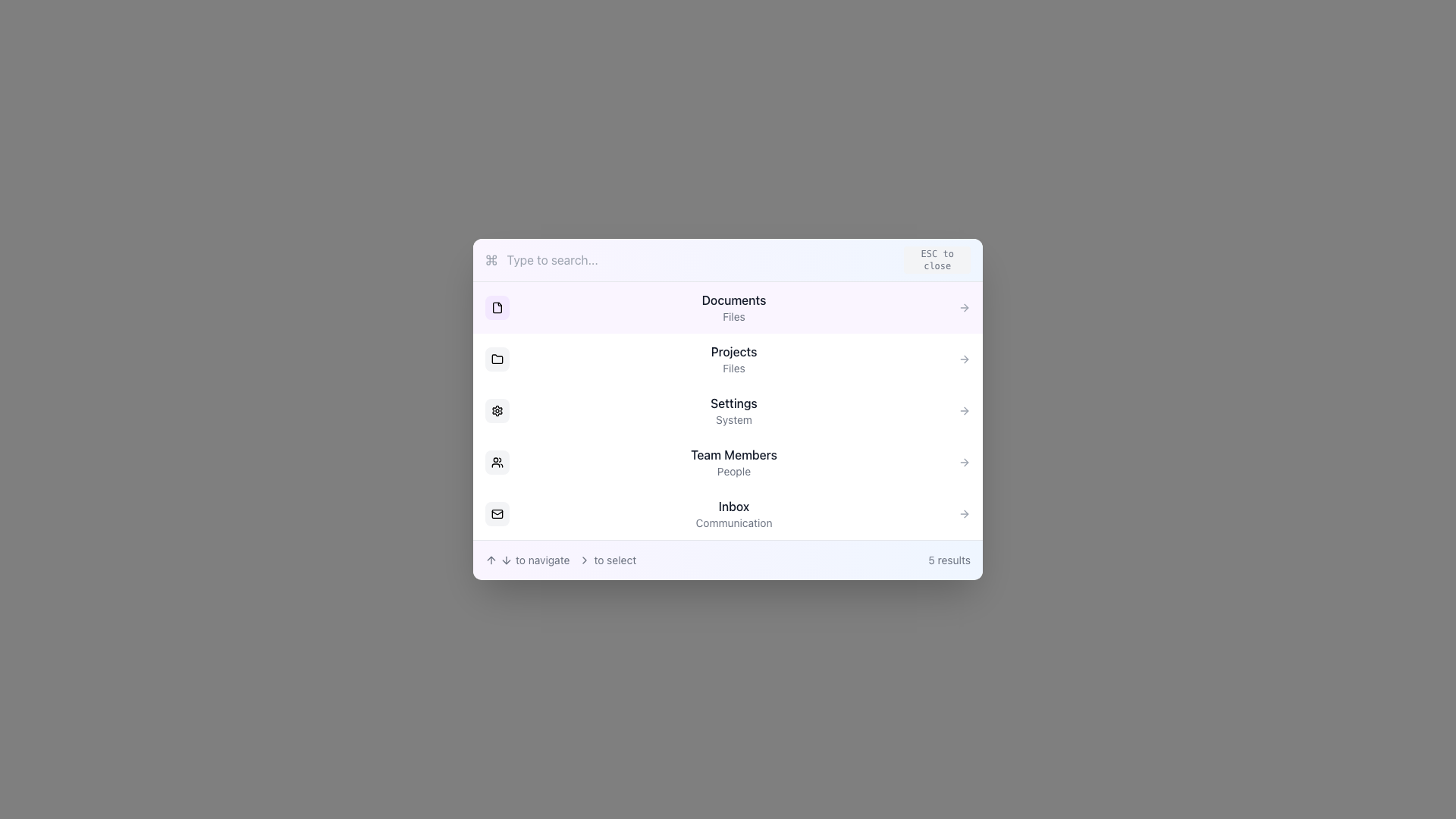  I want to click on the decorative shape embedded in the envelope icon, which signifies the 'Inbox' on the left side of the user interface, so click(497, 513).